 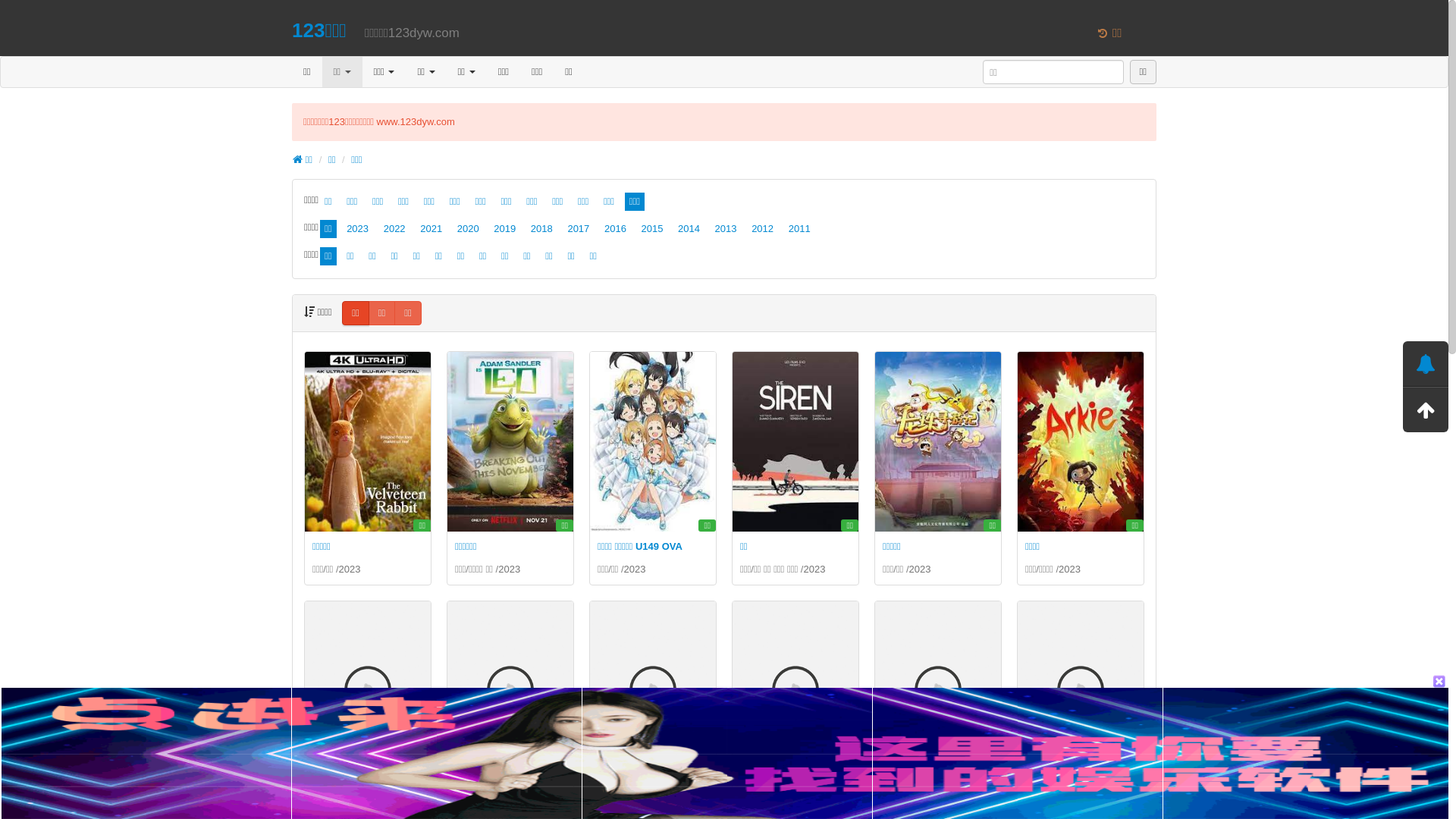 What do you see at coordinates (541, 228) in the screenshot?
I see `'2018'` at bounding box center [541, 228].